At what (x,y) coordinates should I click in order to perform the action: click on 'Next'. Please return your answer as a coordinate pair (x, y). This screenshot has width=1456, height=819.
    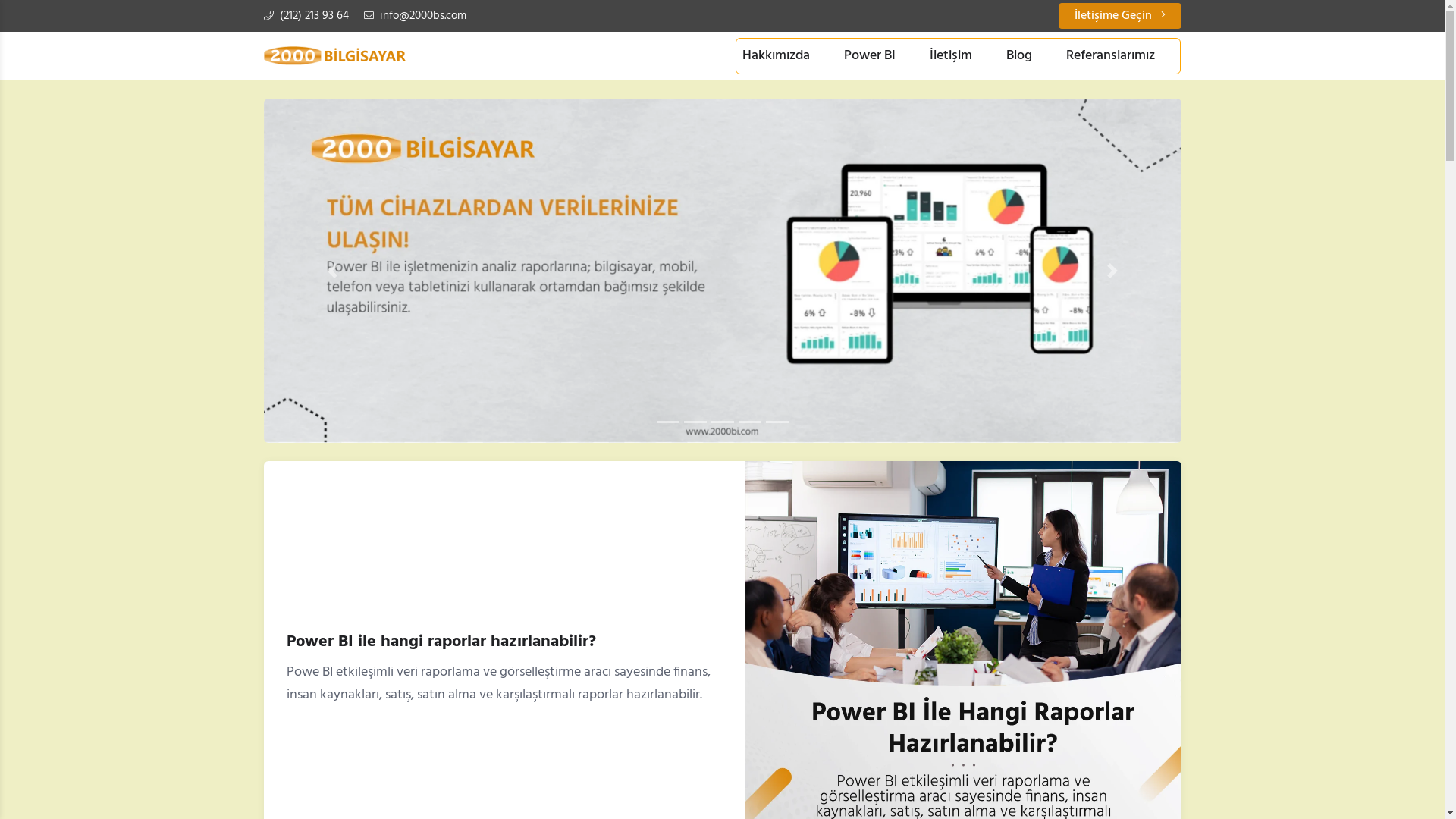
    Looking at the image, I should click on (1112, 270).